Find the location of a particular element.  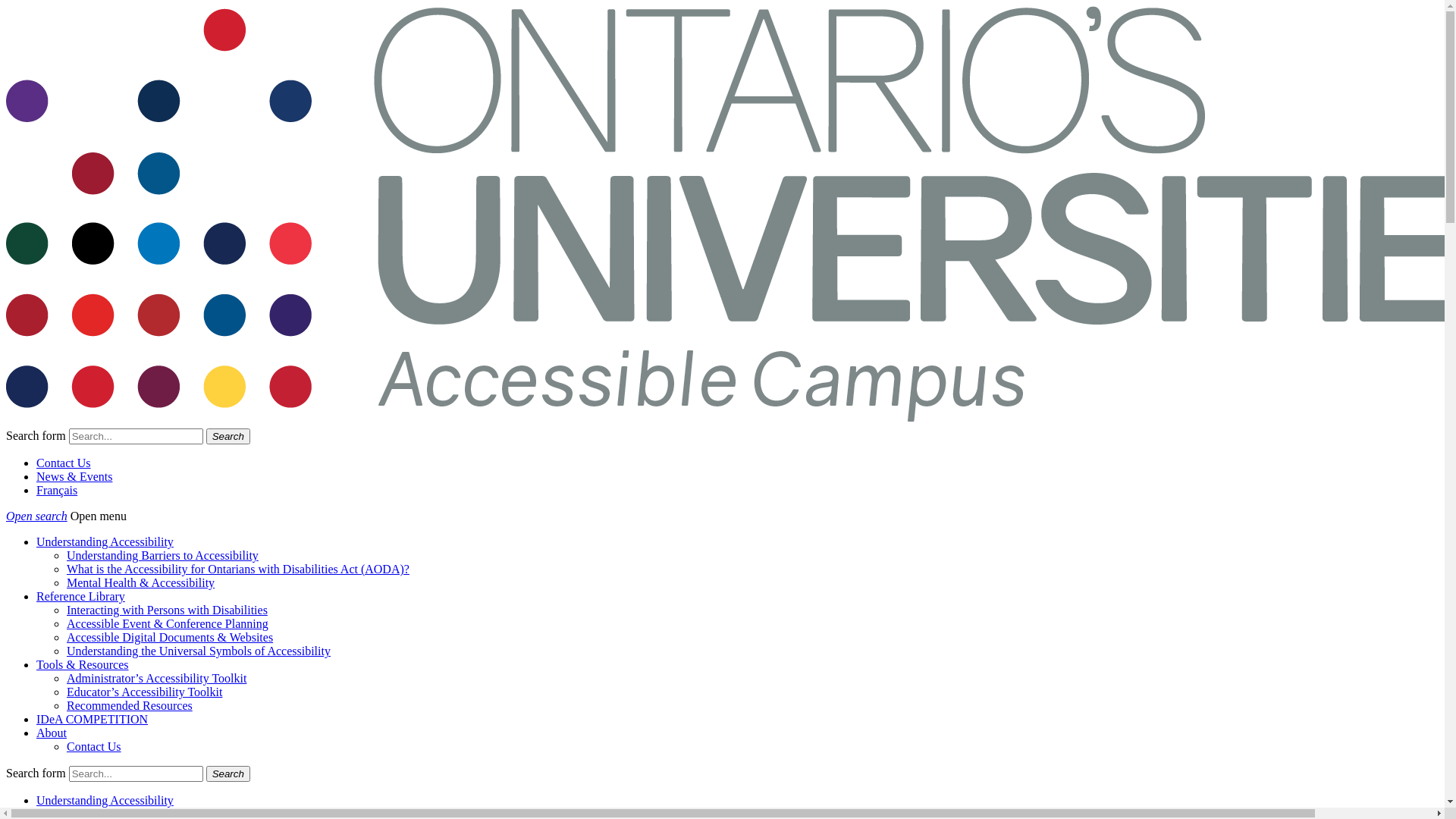

'About' is located at coordinates (36, 732).